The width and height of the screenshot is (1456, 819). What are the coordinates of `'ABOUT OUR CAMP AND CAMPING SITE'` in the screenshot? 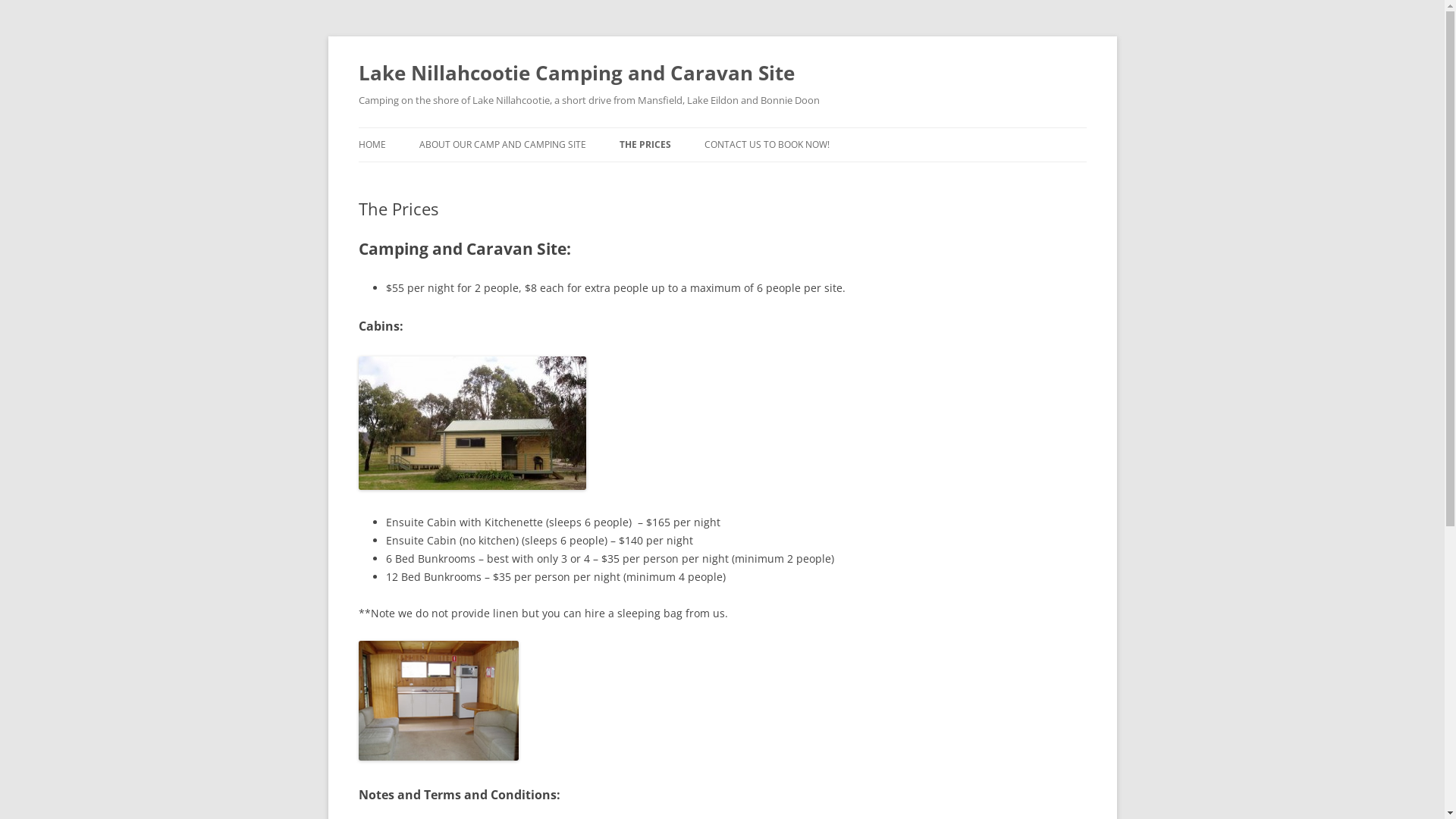 It's located at (502, 145).